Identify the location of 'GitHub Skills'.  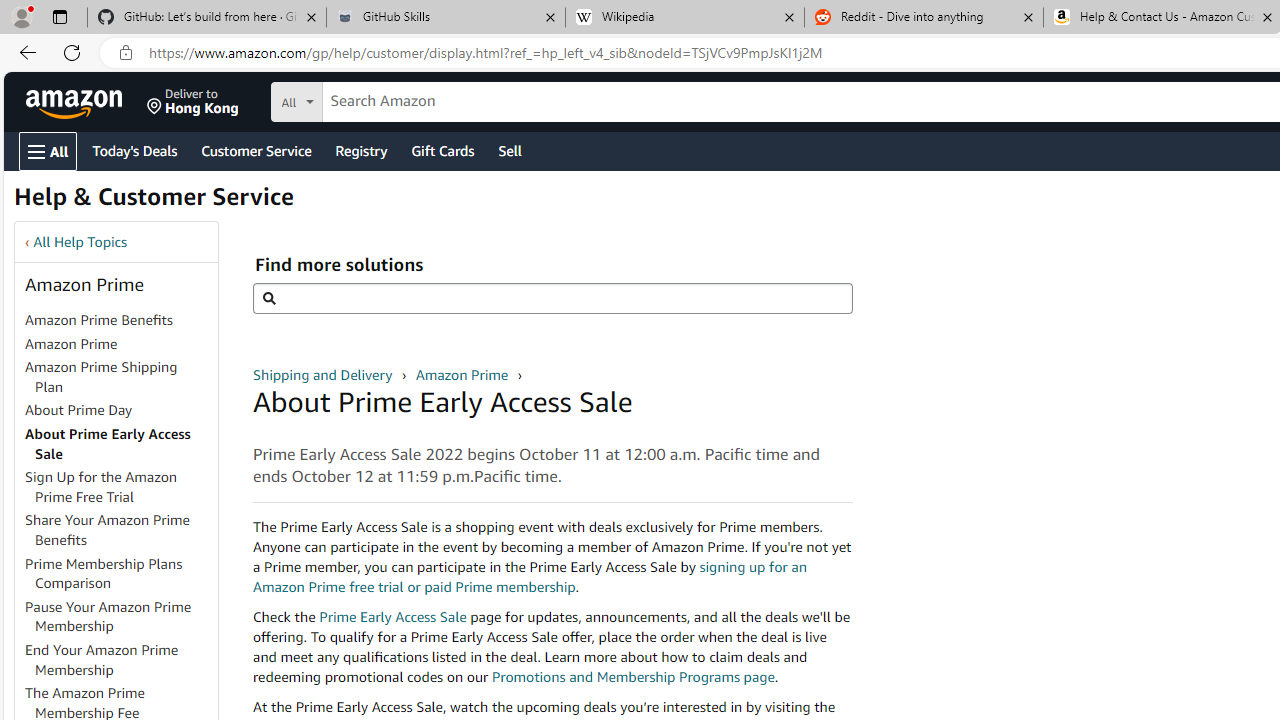
(444, 17).